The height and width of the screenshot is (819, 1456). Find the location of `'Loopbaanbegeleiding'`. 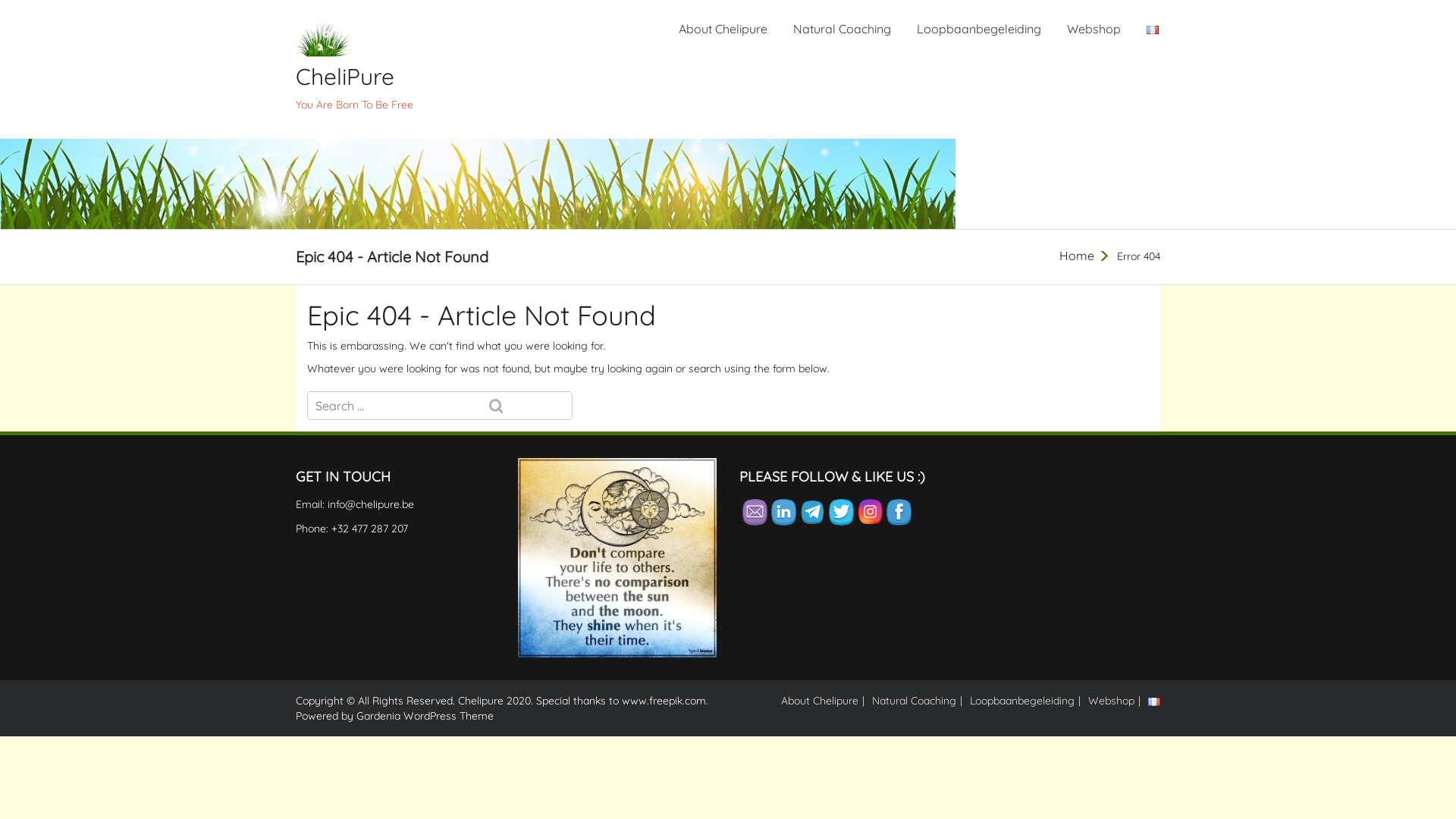

'Loopbaanbegeleiding' is located at coordinates (979, 29).